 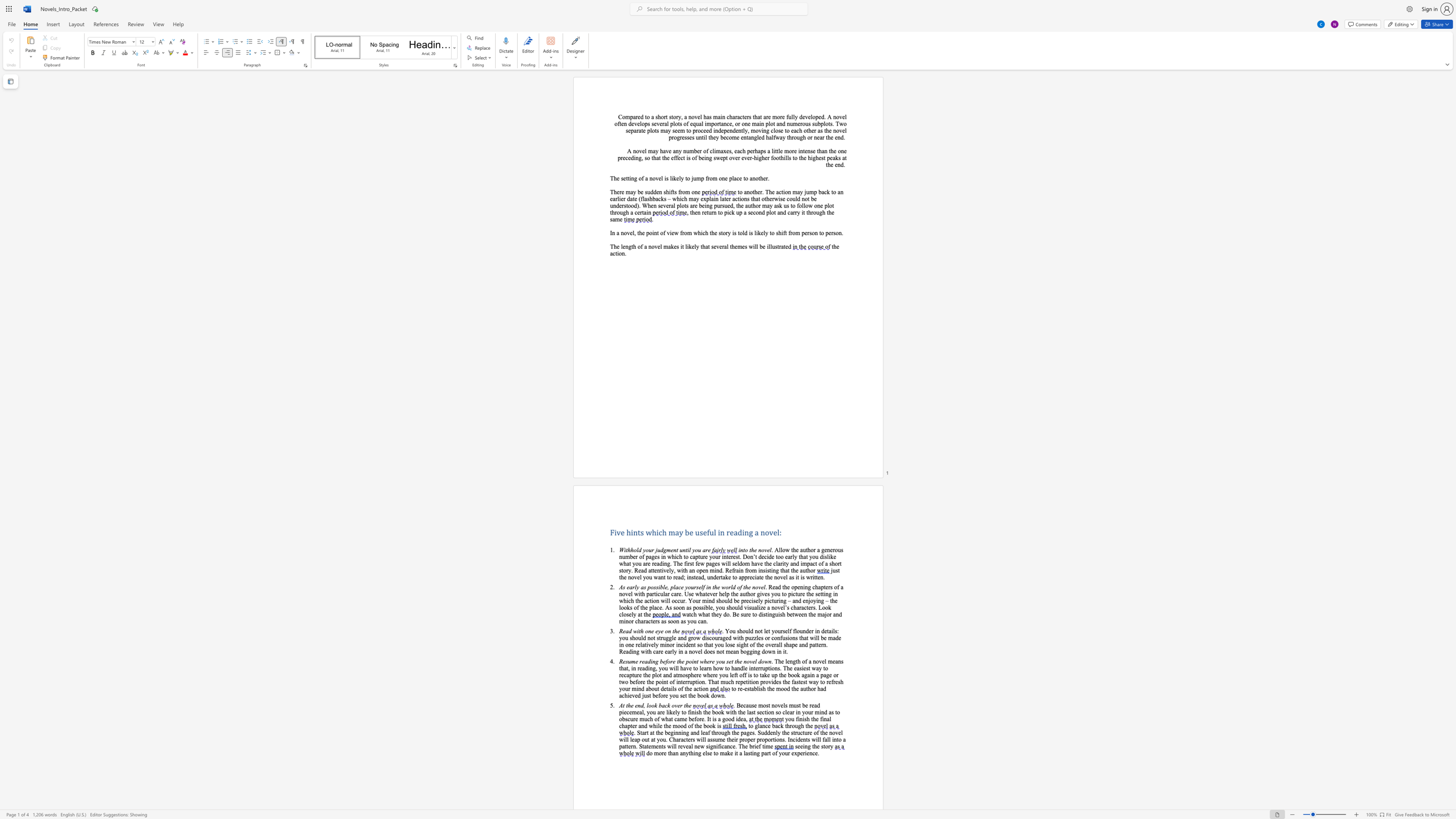 What do you see at coordinates (823, 718) in the screenshot?
I see `the subset text "nal chapter" within the text "final chapter"` at bounding box center [823, 718].